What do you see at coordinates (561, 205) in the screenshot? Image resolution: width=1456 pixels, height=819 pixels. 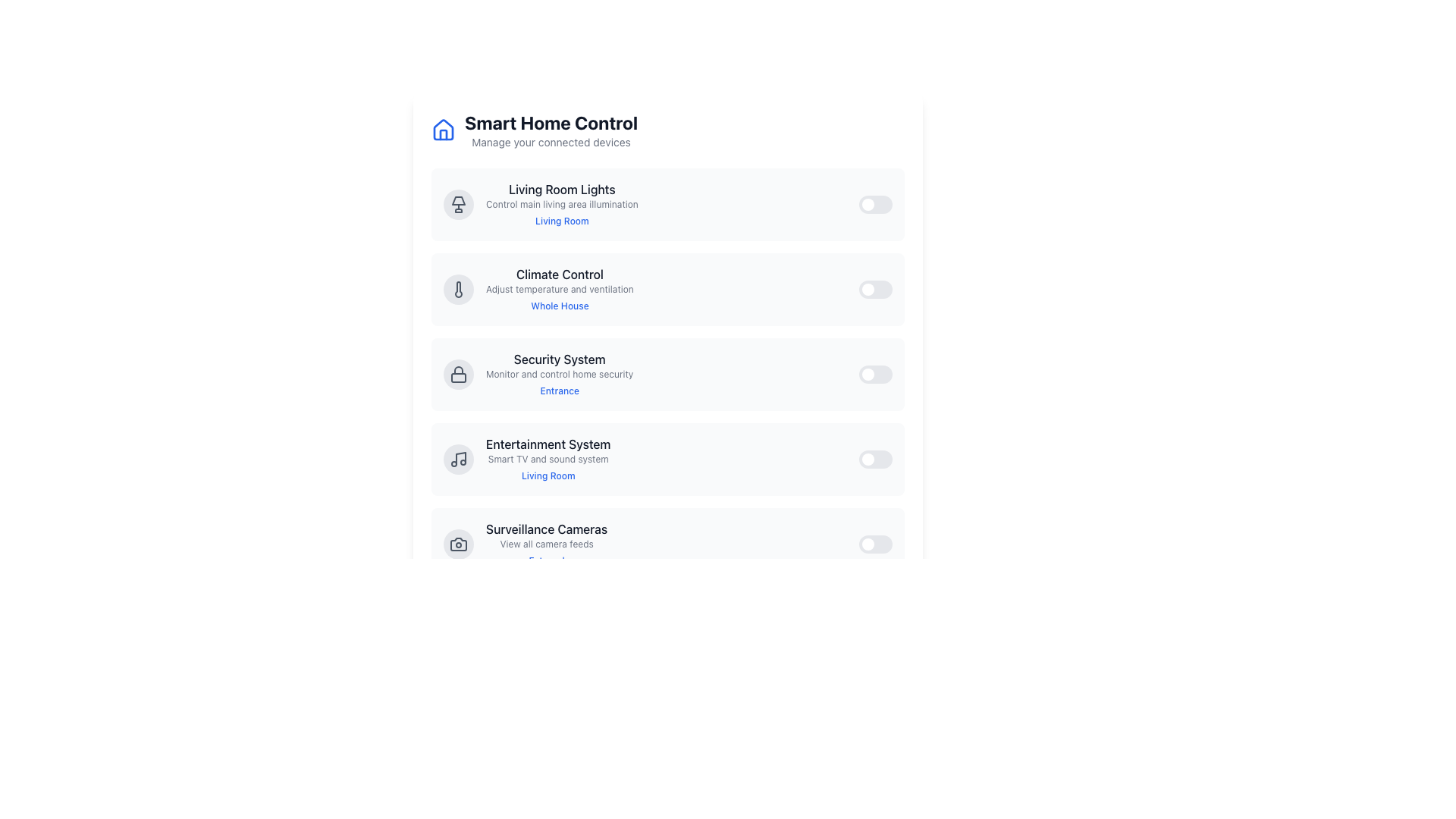 I see `information displayed in the 'Living Room Lights' text label, which includes the title, description, and link in the Smart Home Control menu` at bounding box center [561, 205].